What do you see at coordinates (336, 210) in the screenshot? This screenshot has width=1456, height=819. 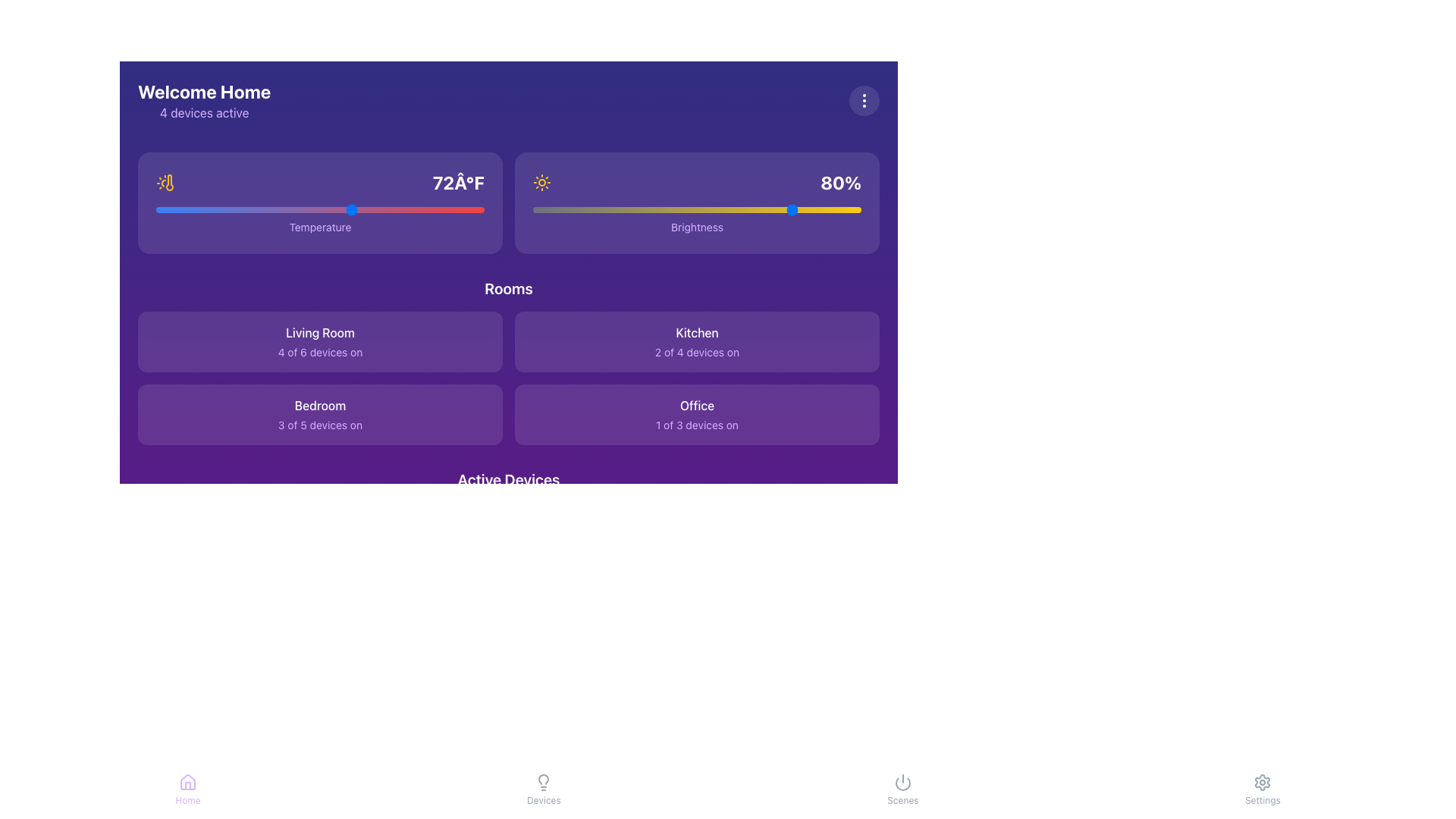 I see `the temperature` at bounding box center [336, 210].